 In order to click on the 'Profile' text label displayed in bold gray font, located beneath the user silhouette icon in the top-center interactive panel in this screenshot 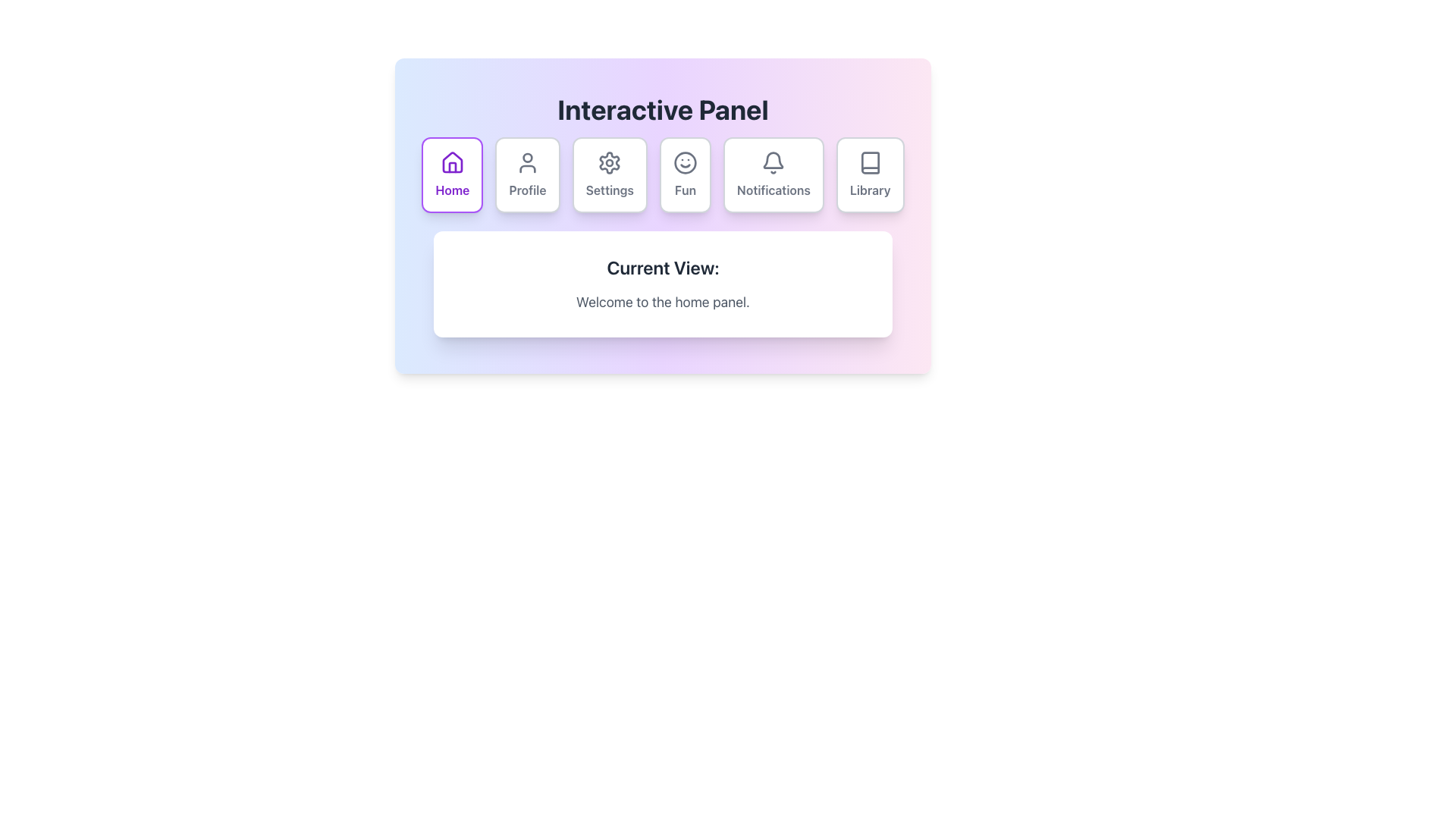, I will do `click(528, 189)`.